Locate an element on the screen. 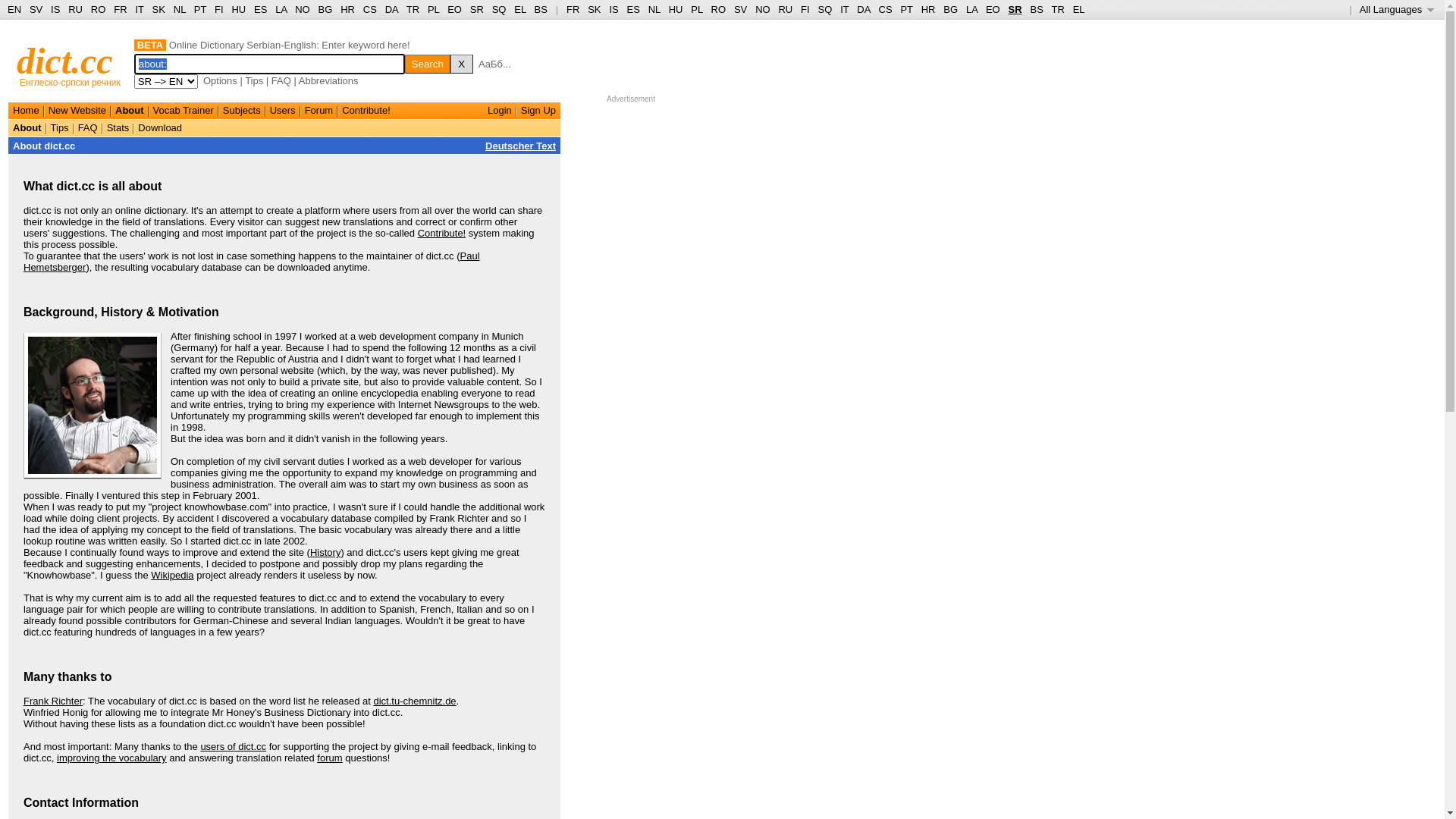 The image size is (1456, 819). 'RU' is located at coordinates (785, 9).